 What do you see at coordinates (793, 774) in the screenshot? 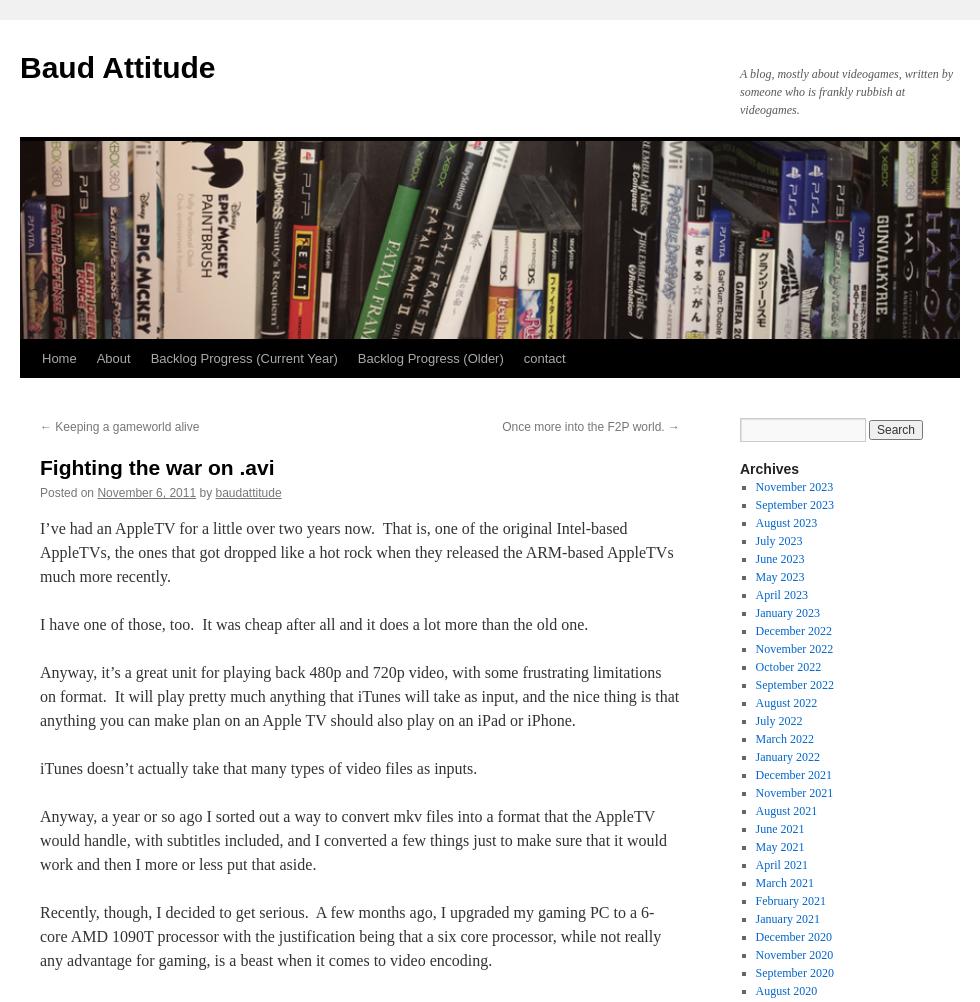
I see `'December 2021'` at bounding box center [793, 774].